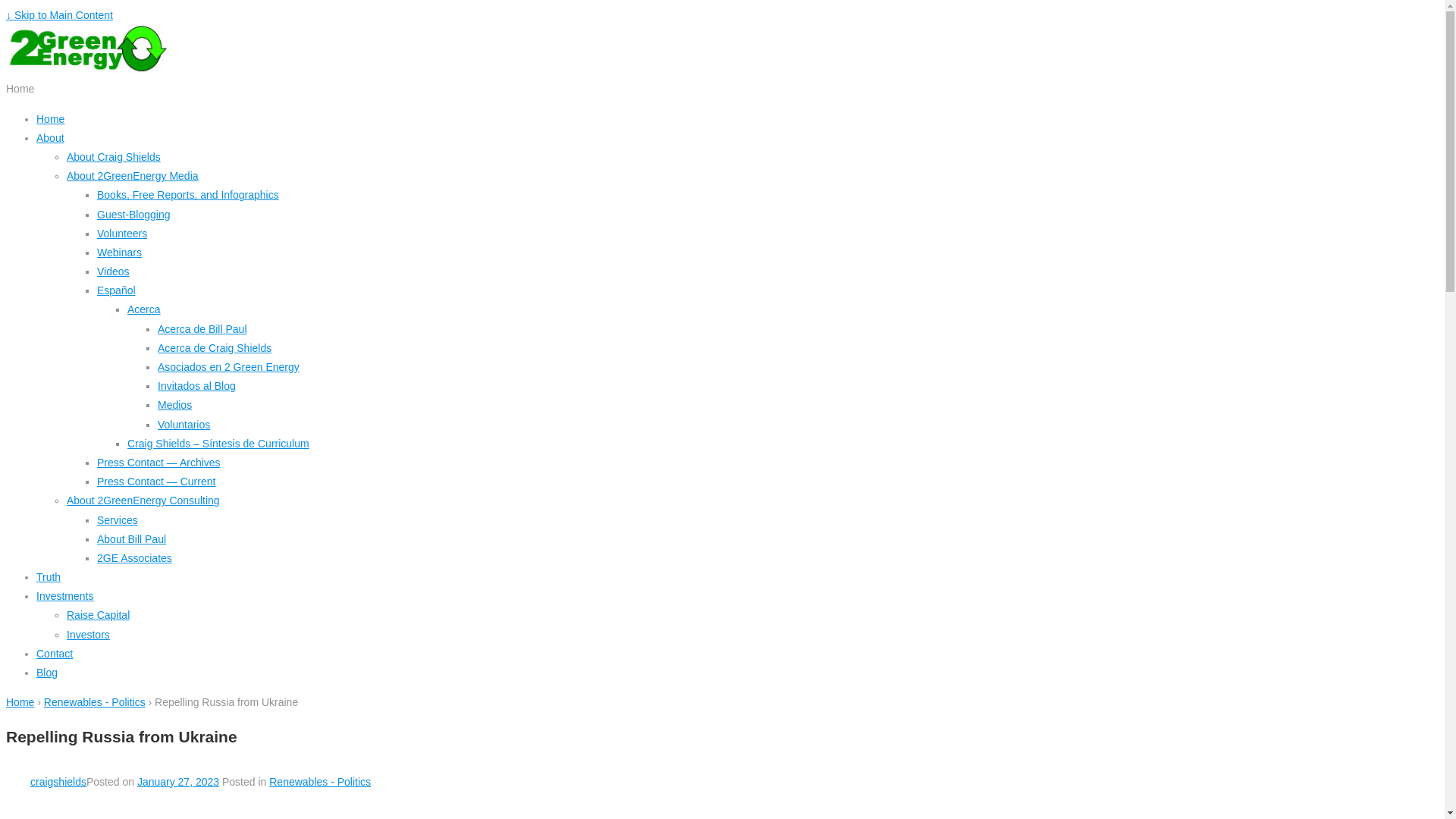 The width and height of the screenshot is (1456, 819). Describe the element at coordinates (133, 213) in the screenshot. I see `'Guest-Blogging'` at that location.